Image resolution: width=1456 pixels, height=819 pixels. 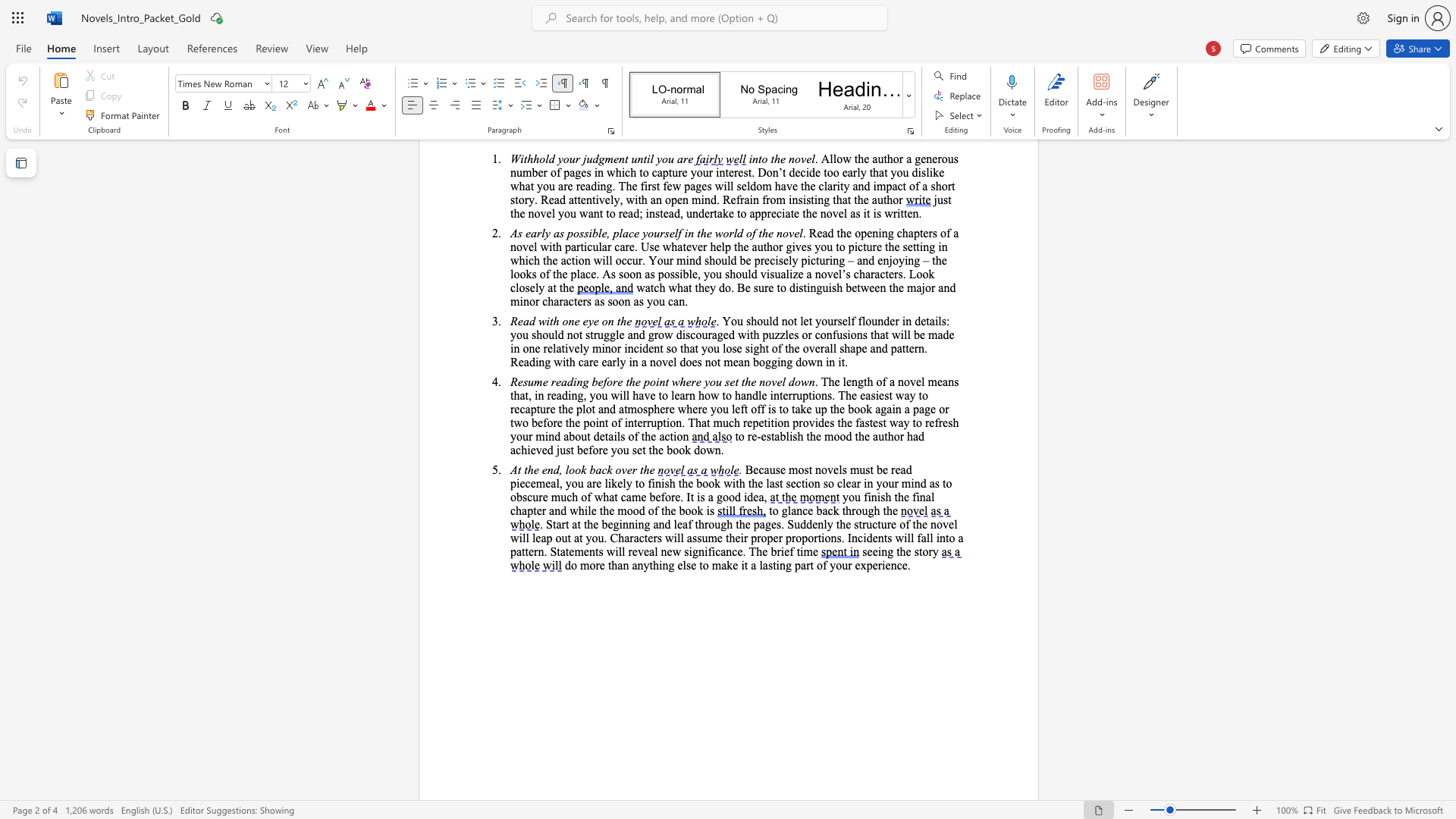 I want to click on the subset text "he" within the text "to glance back through the", so click(x=886, y=510).